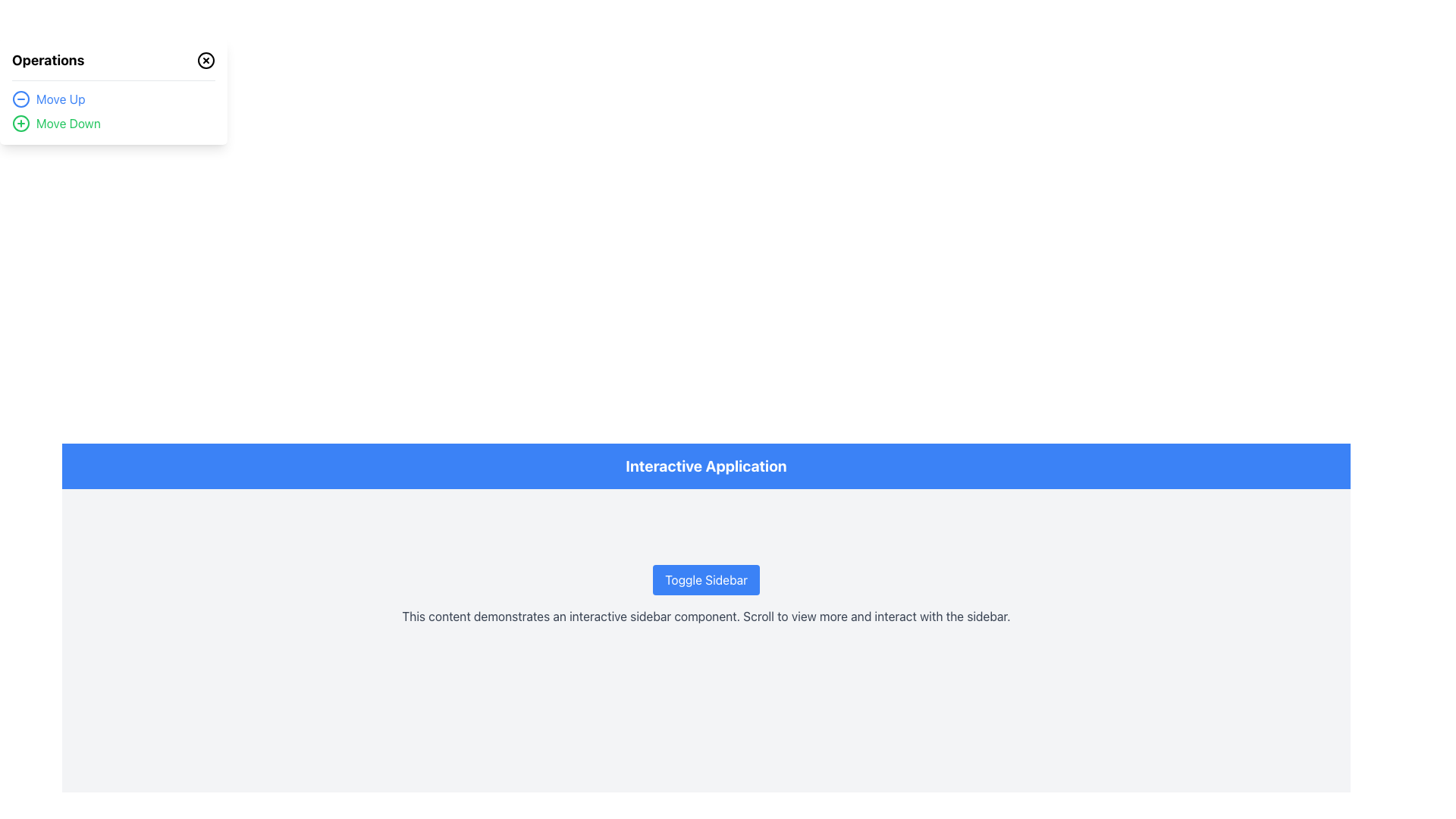 The width and height of the screenshot is (1456, 819). What do you see at coordinates (206, 60) in the screenshot?
I see `the close button located at the top-right corner of the 'Operations' section` at bounding box center [206, 60].